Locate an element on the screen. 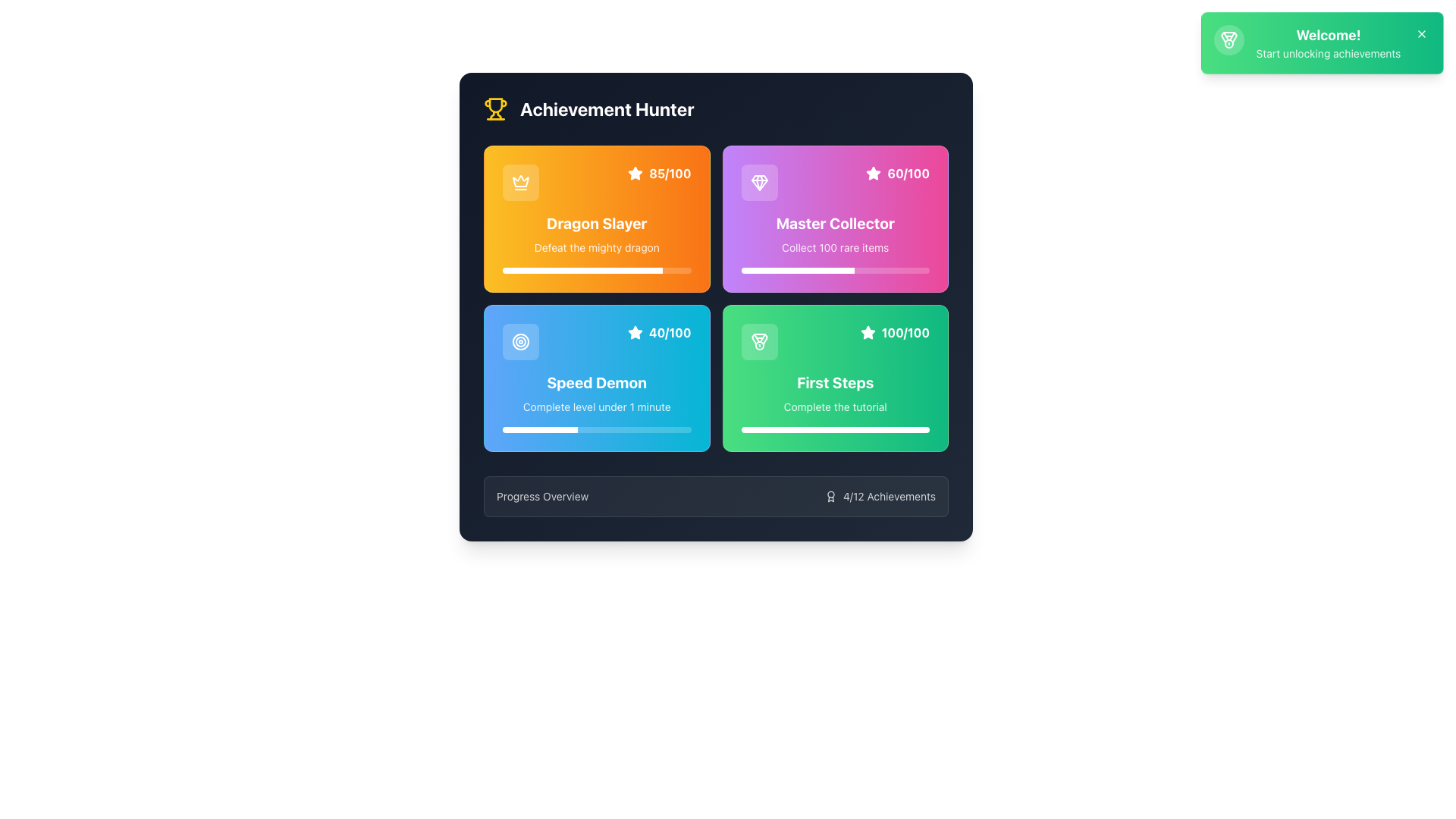  the Text Display element that shows the score or progress metric, located in the bottom right card titled 'First Steps', next to a star icon is located at coordinates (905, 332).